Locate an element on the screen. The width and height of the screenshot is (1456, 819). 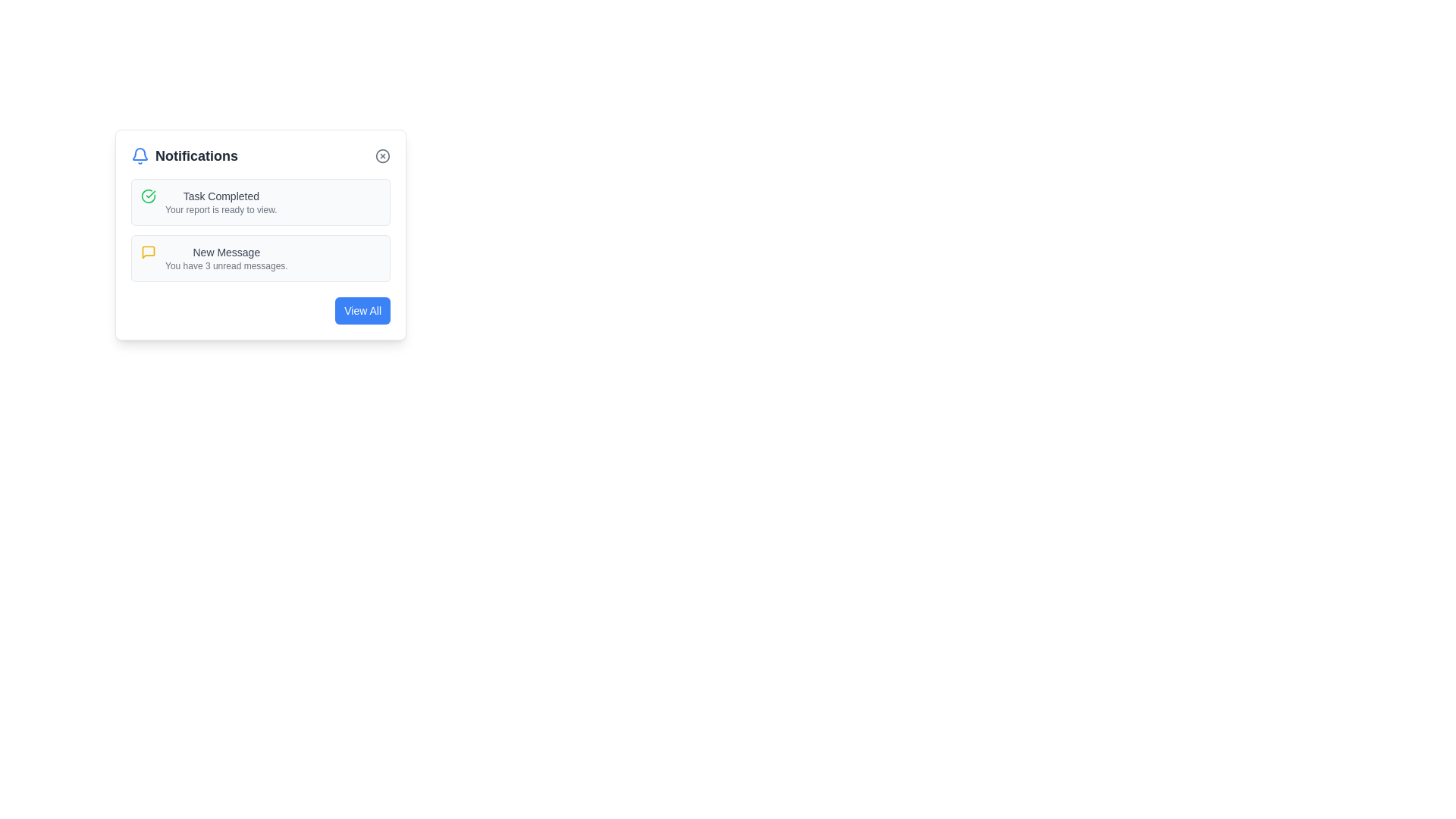
message content from the text block that displays 'New Message' and 'You have 3 unread messages.' located in the second notification card under 'Task Completed' is located at coordinates (225, 257).